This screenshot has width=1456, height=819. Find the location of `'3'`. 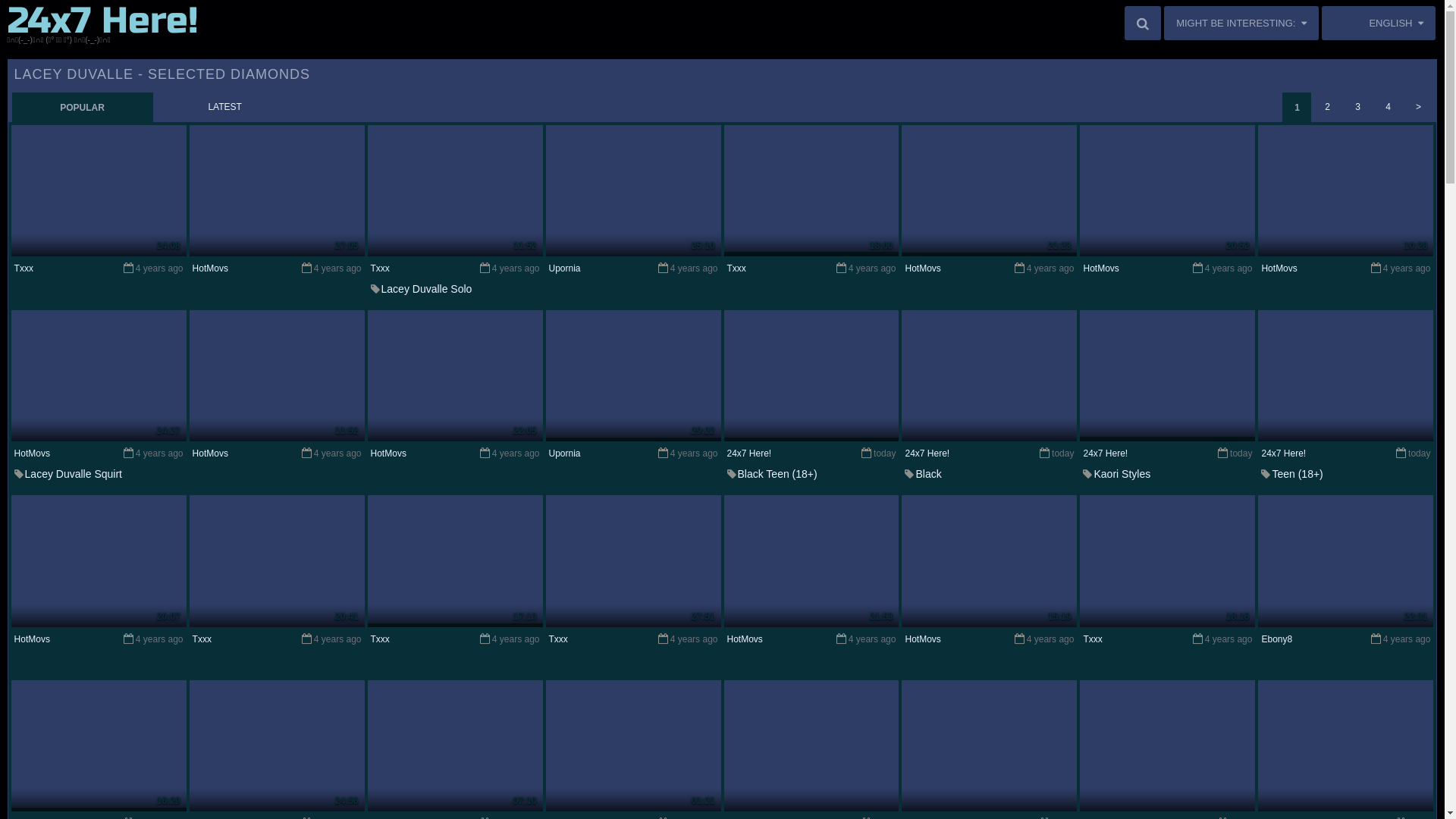

'3' is located at coordinates (1357, 106).